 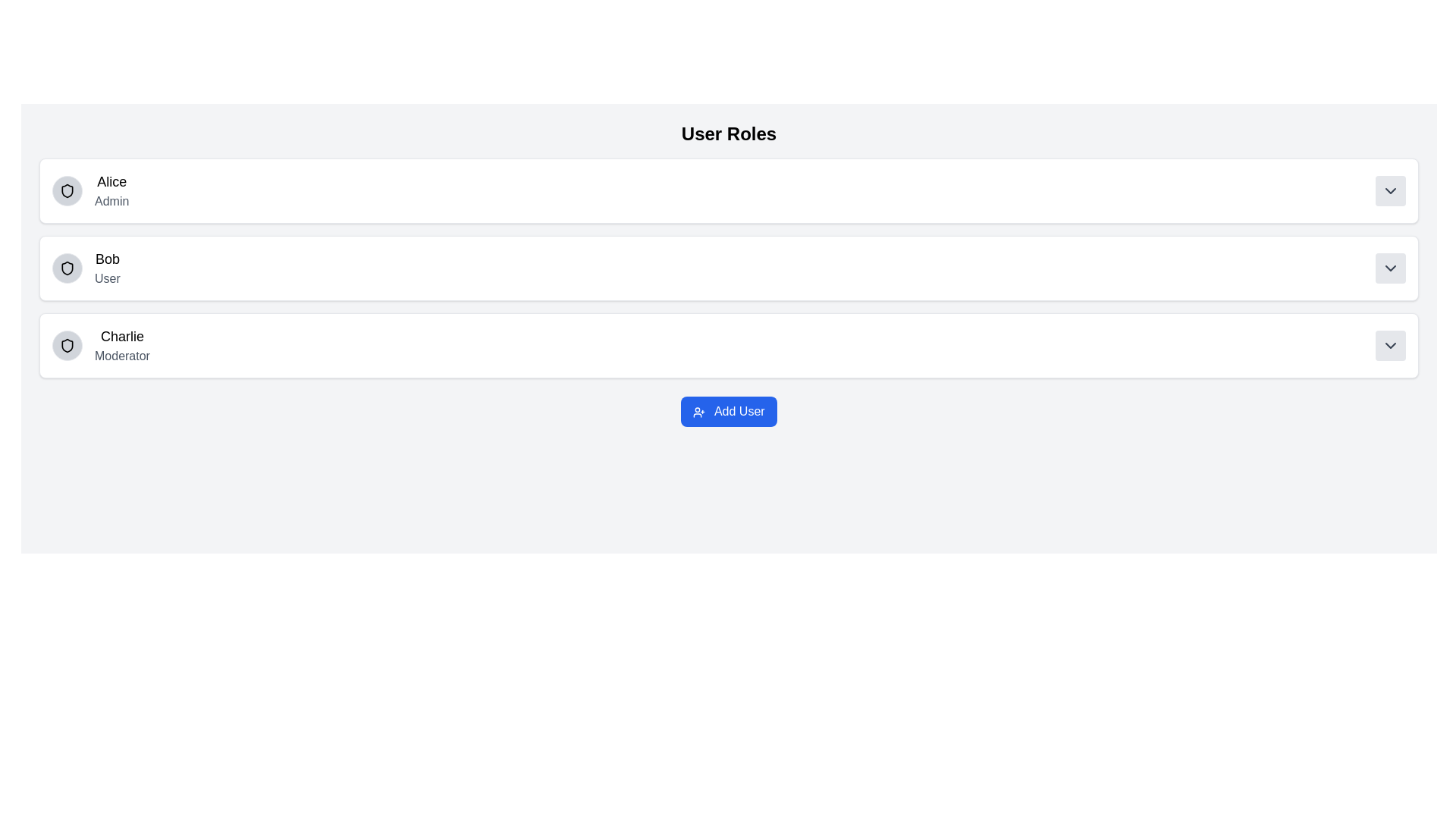 What do you see at coordinates (122, 345) in the screenshot?
I see `text content of the vertically arranged text labels, with 'Charlie' in a bold font above 'Moderator' in a lighter gray font, located on the third row of user roles` at bounding box center [122, 345].